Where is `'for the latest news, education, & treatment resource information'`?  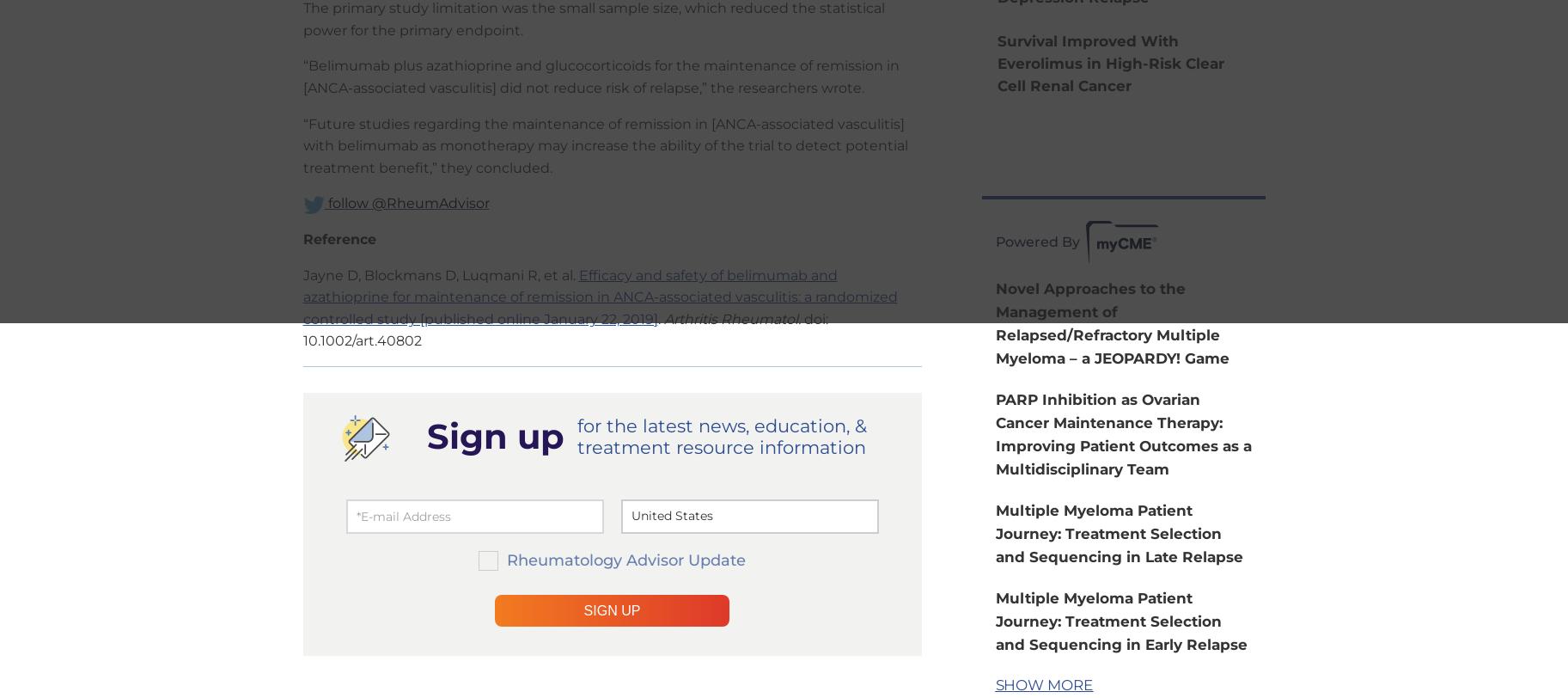
'for the latest news, education, & treatment resource information' is located at coordinates (720, 436).